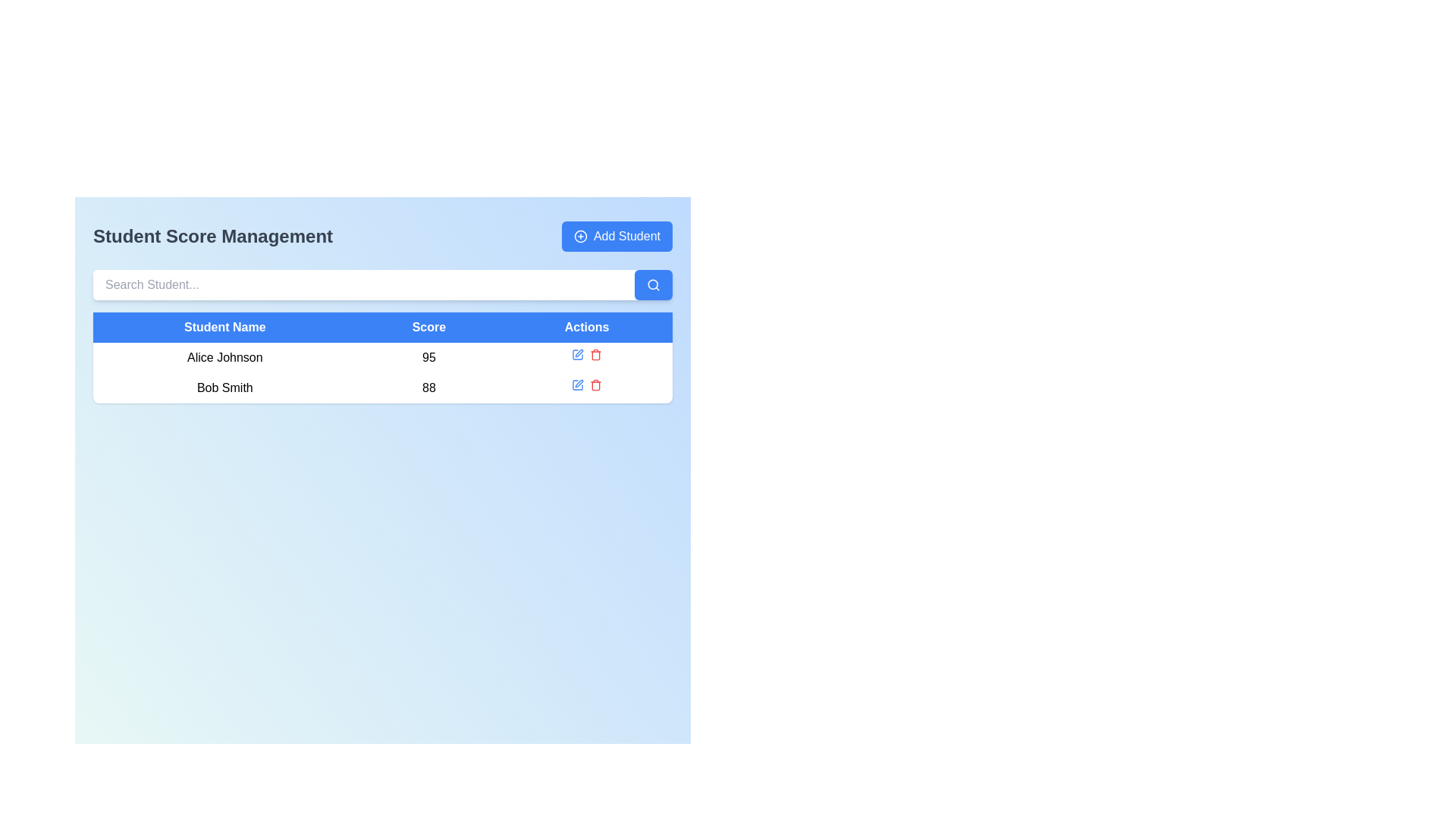 The width and height of the screenshot is (1456, 819). I want to click on the middle region of the trash can icon in the 'Actions' column, corresponding to the second row in the table, so click(595, 356).